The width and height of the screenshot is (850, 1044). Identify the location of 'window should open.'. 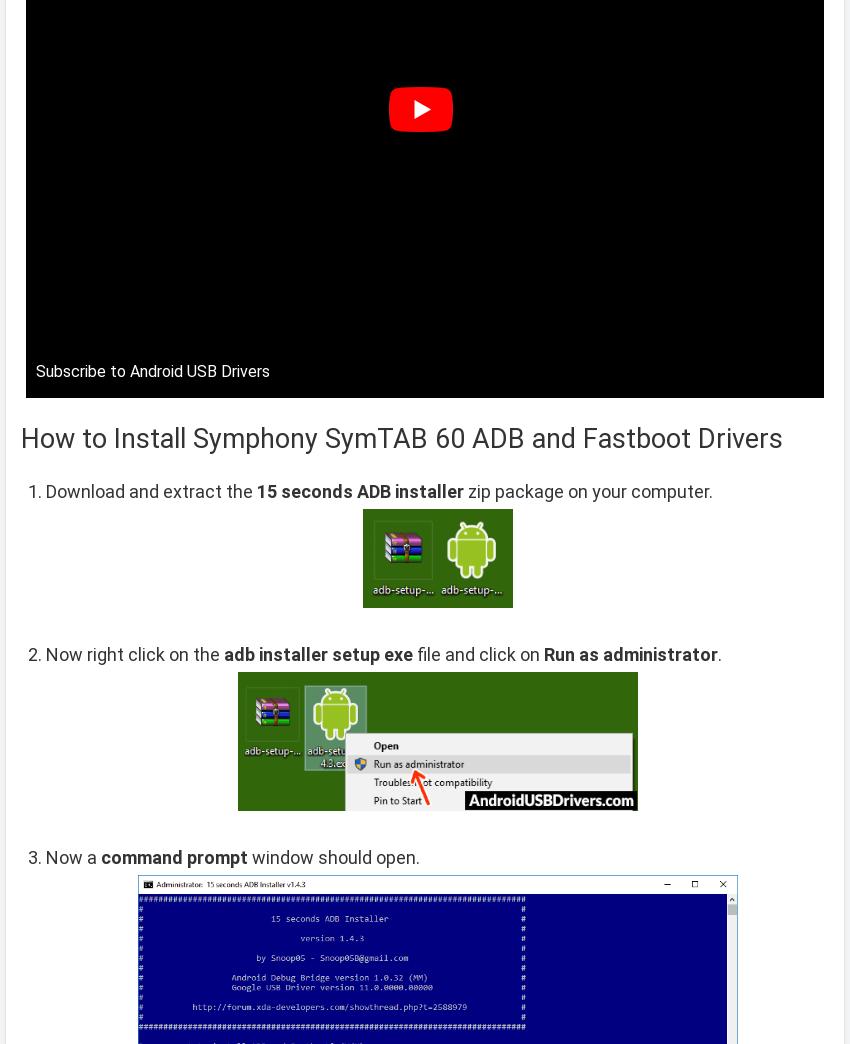
(333, 856).